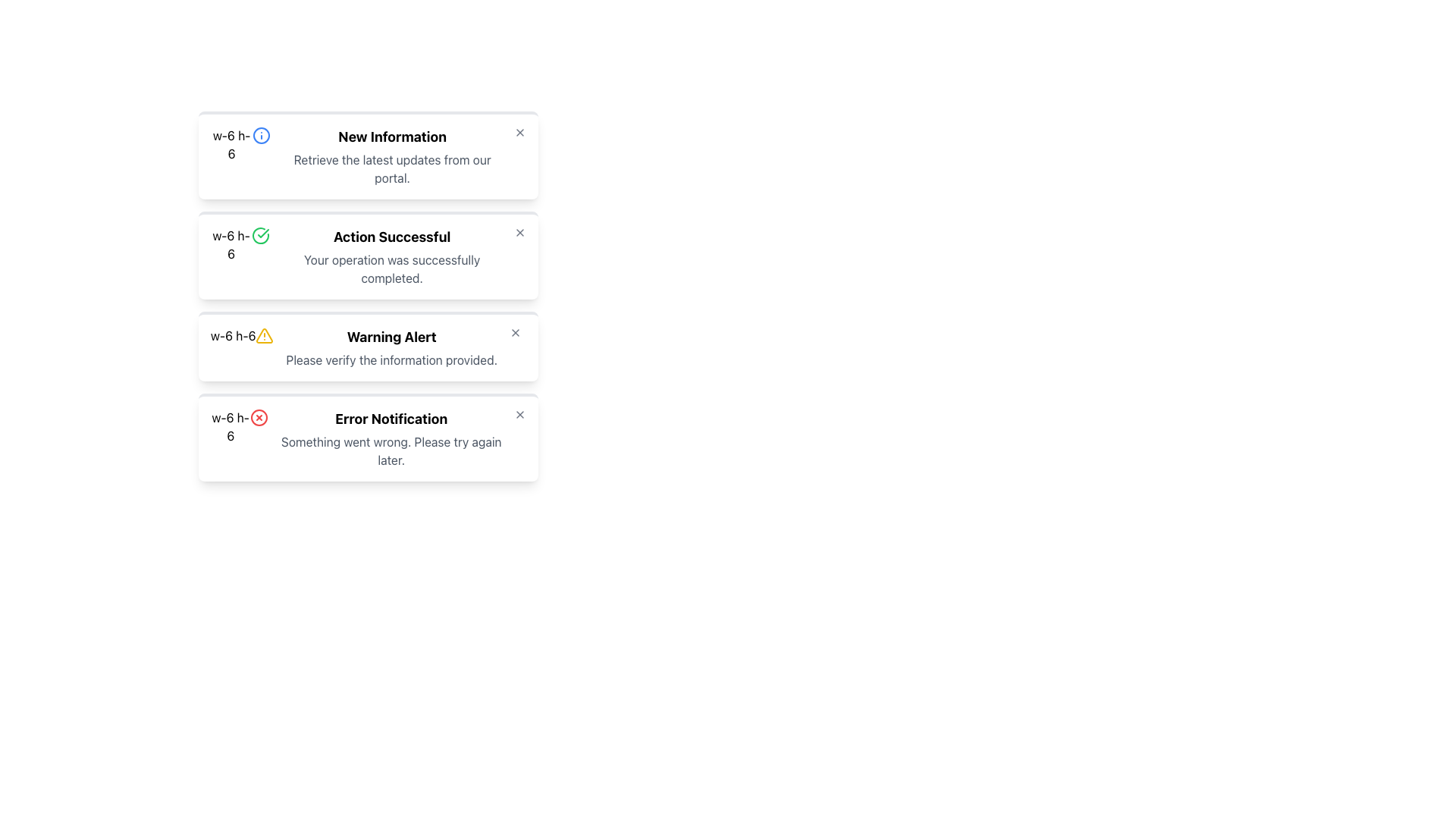  What do you see at coordinates (391, 348) in the screenshot?
I see `warning message from the third notification box, which alerts users to verify the information they have entered` at bounding box center [391, 348].